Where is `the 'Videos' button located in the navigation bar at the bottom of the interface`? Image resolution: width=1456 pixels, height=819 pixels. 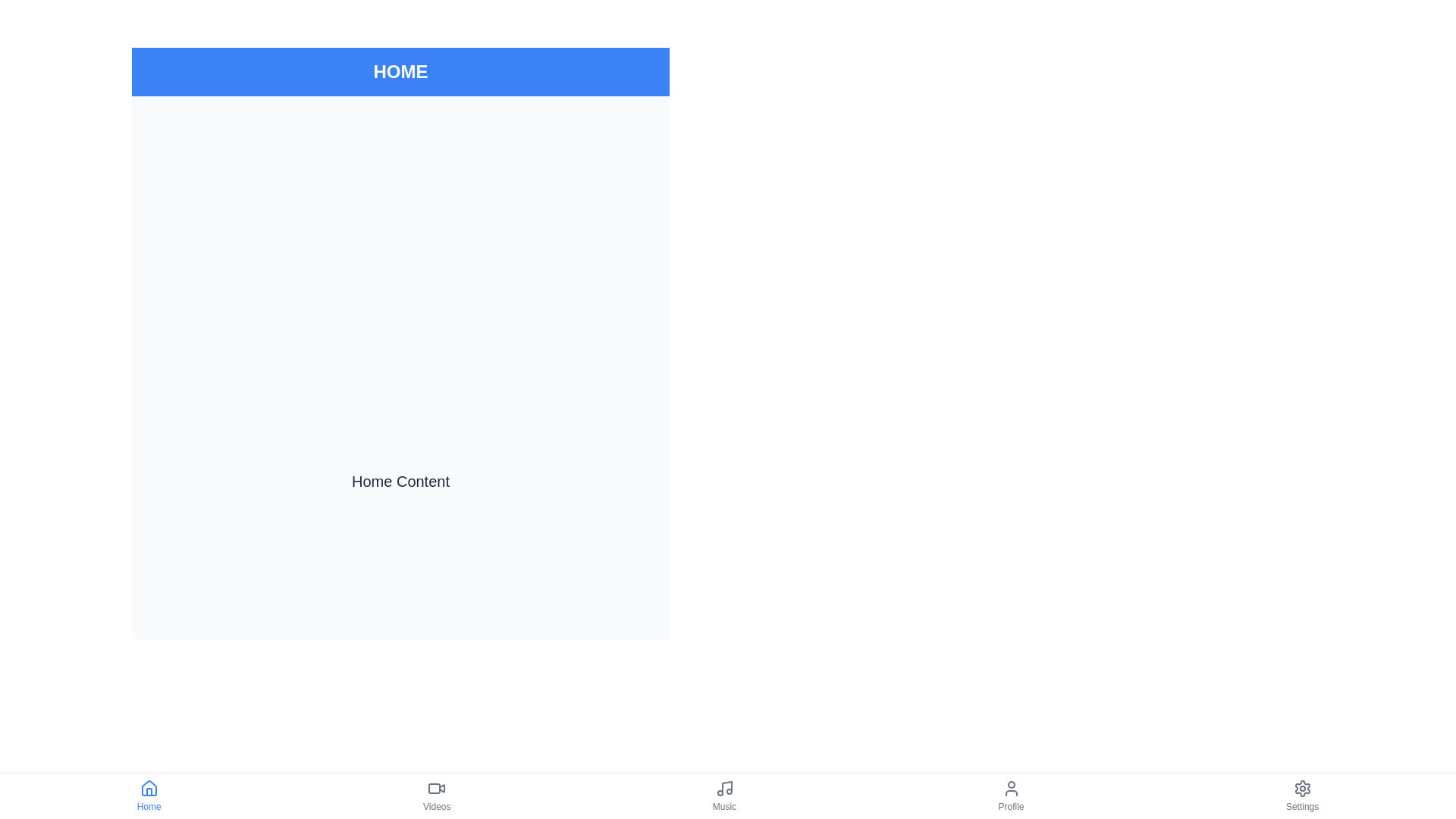
the 'Videos' button located in the navigation bar at the bottom of the interface is located at coordinates (436, 788).